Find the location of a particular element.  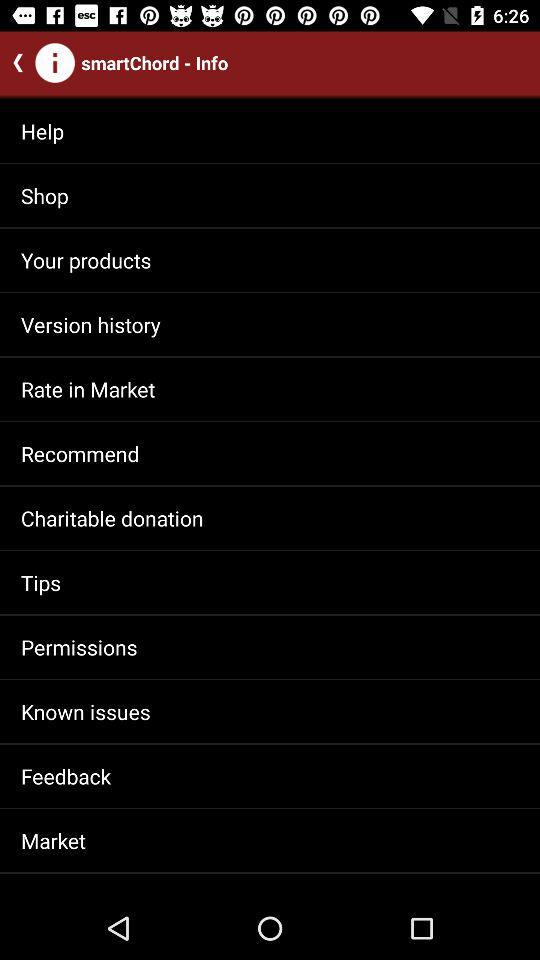

icon with i at top left is located at coordinates (55, 62).